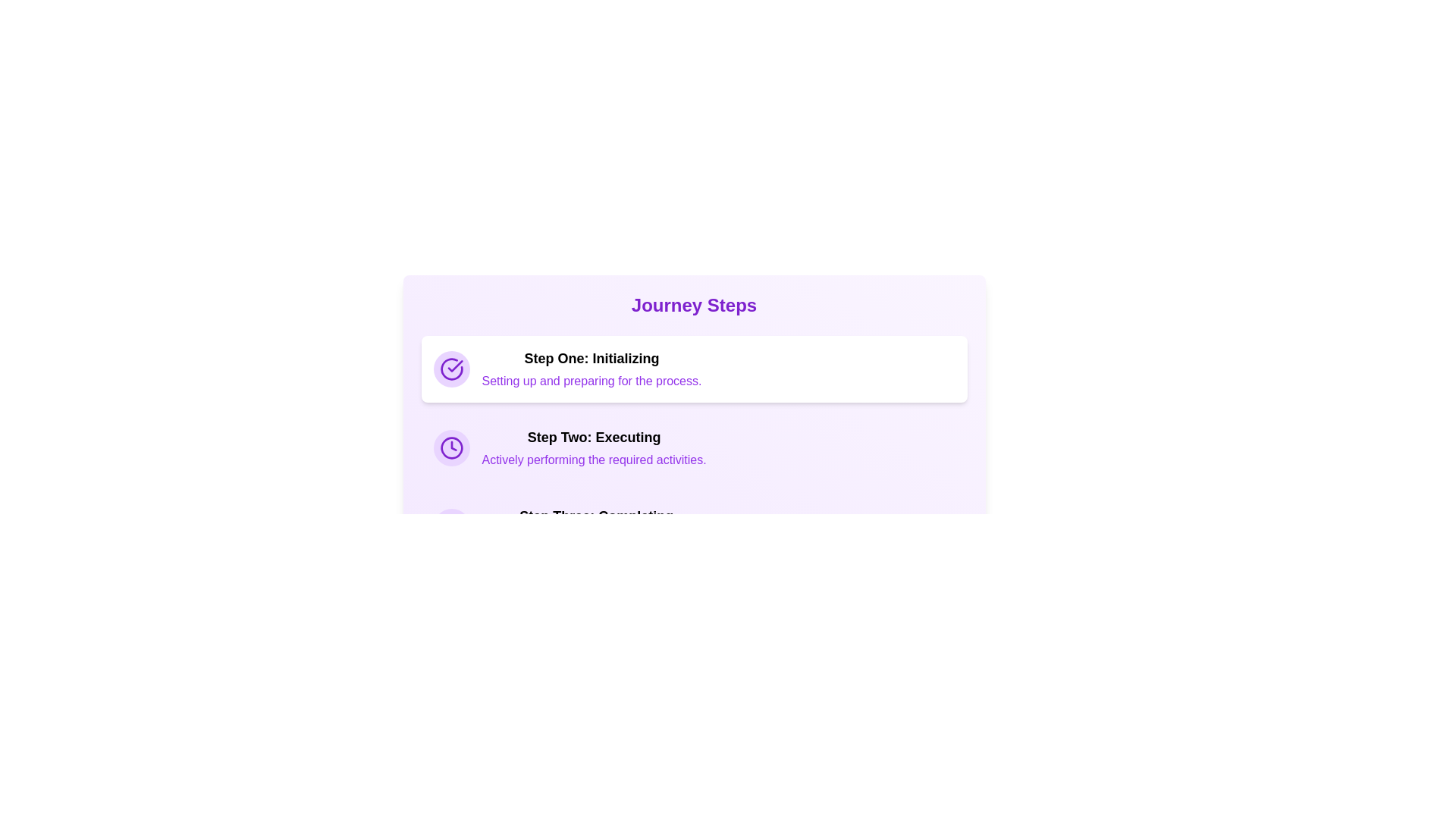 The image size is (1456, 819). I want to click on the completion icon for 'Step One: Initializing', which is visually represented with a light purple circular background, located to the left of the corresponding text, so click(450, 369).